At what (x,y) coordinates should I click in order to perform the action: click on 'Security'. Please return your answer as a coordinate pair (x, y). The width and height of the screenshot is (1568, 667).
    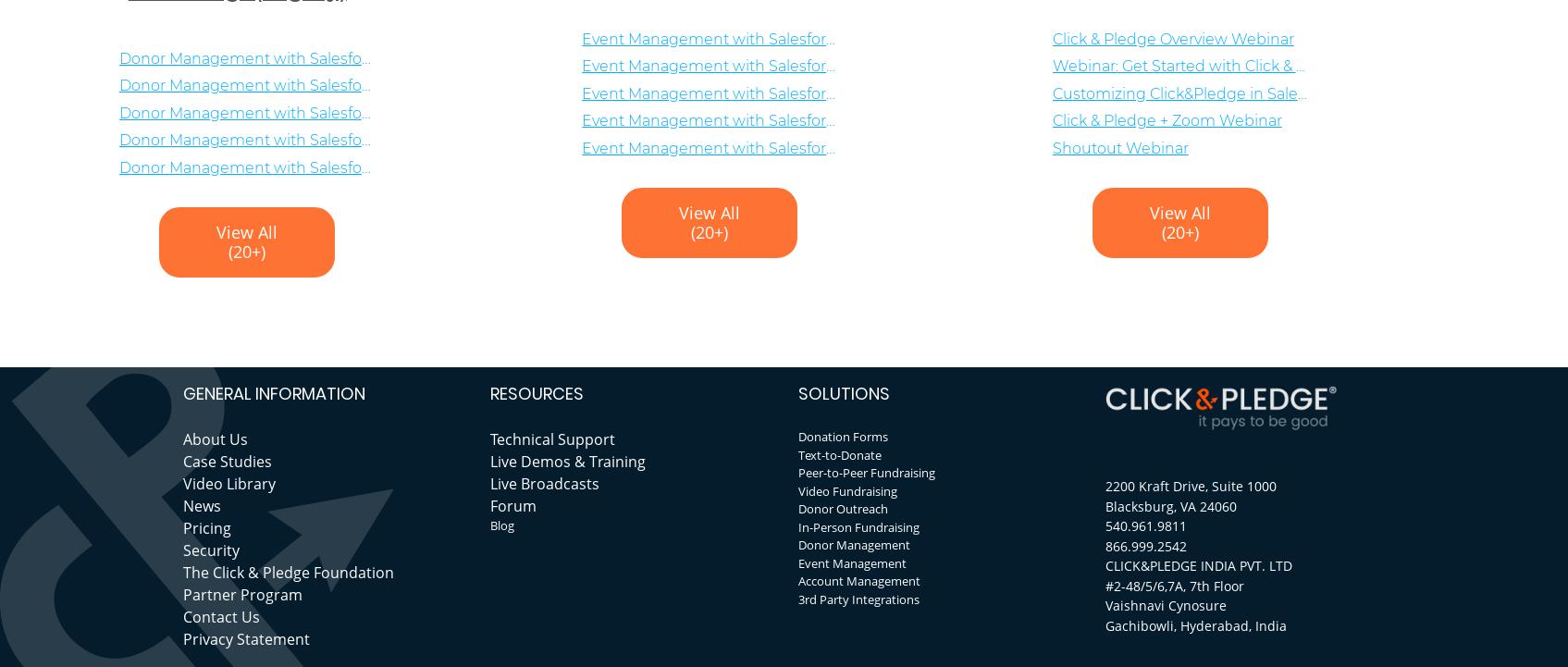
    Looking at the image, I should click on (181, 549).